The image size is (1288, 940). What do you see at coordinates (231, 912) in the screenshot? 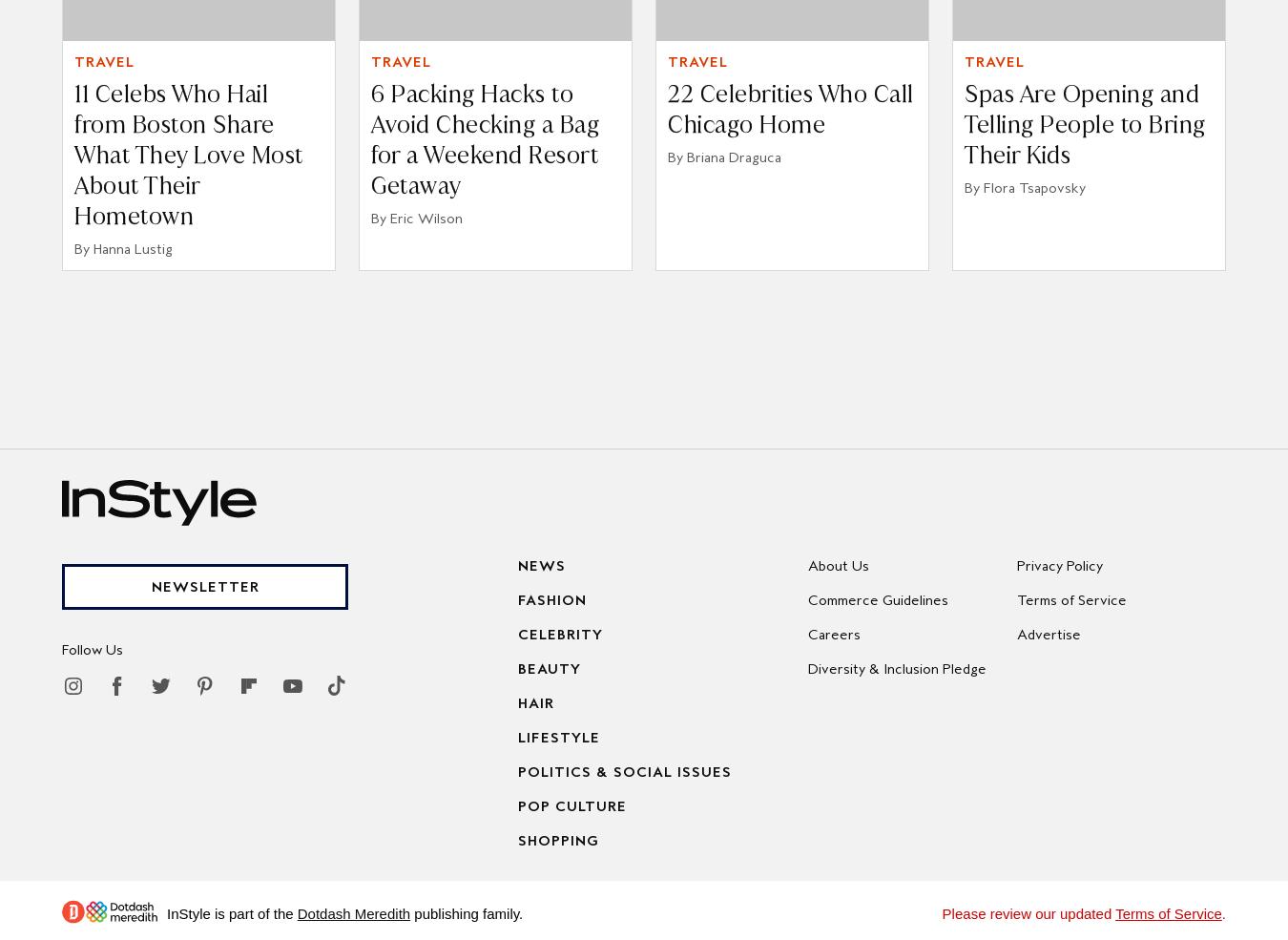
I see `'InStyle is part of the'` at bounding box center [231, 912].